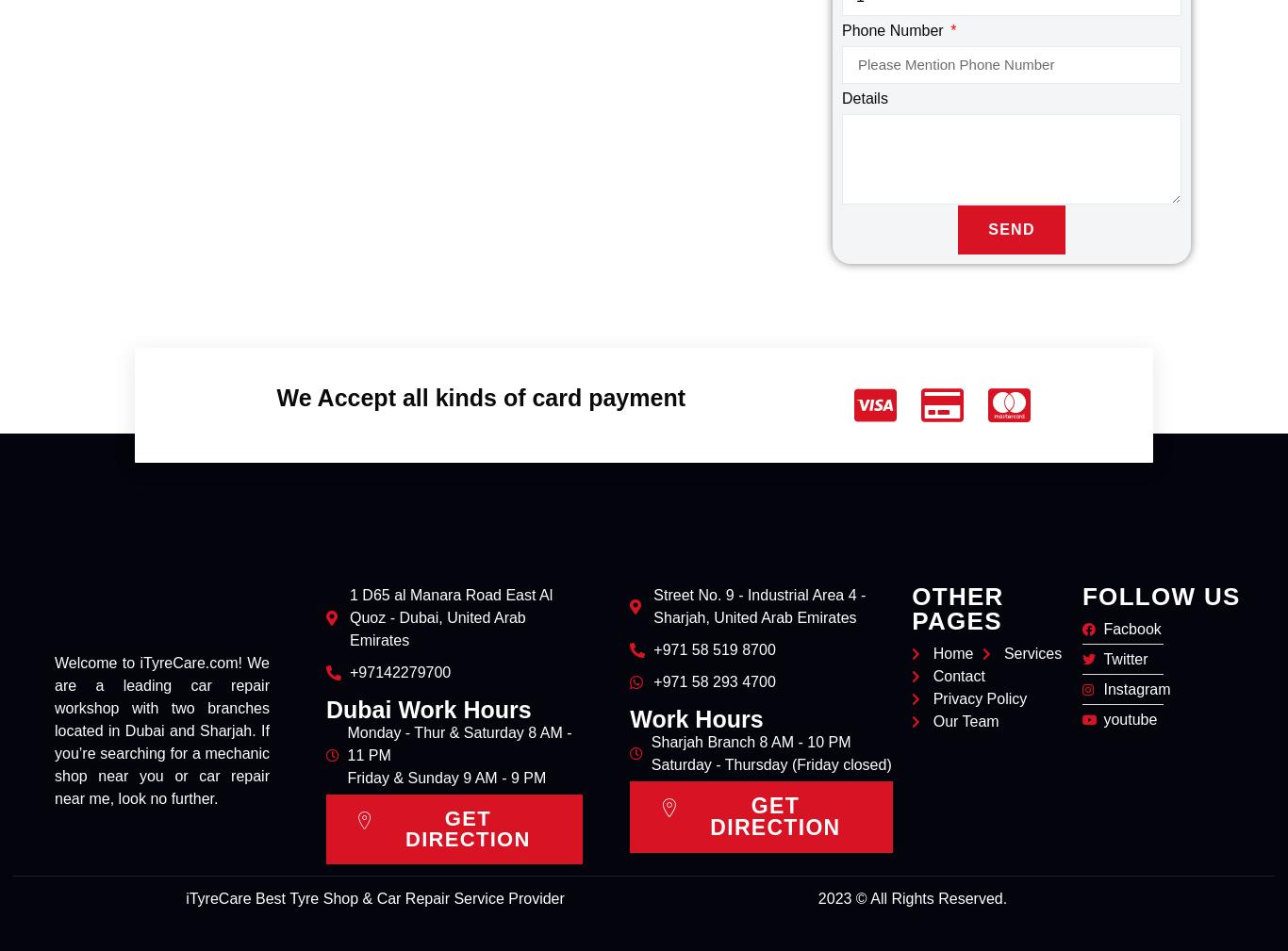  What do you see at coordinates (714, 648) in the screenshot?
I see `'+971 58 519 8700'` at bounding box center [714, 648].